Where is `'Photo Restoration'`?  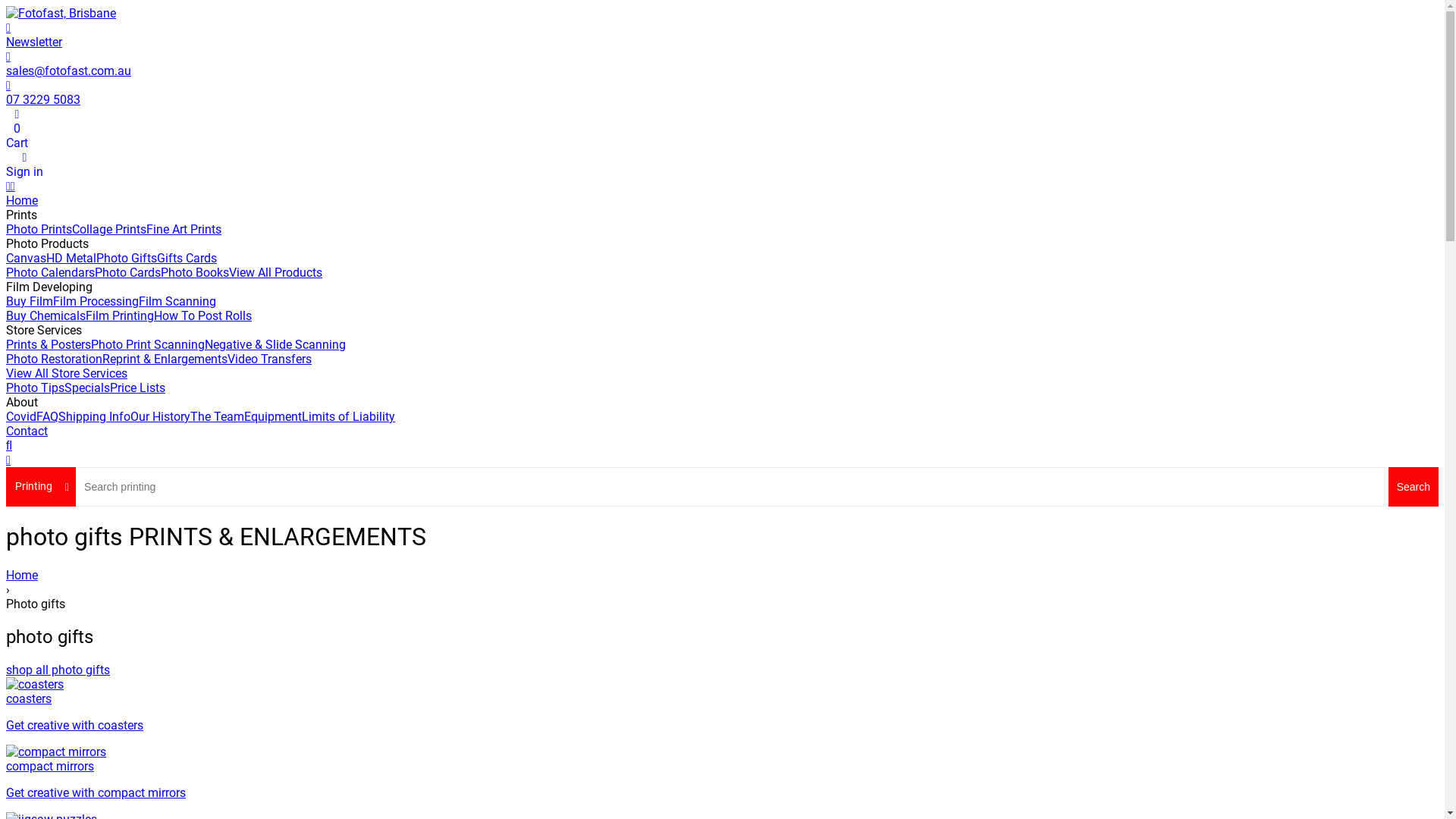 'Photo Restoration' is located at coordinates (54, 359).